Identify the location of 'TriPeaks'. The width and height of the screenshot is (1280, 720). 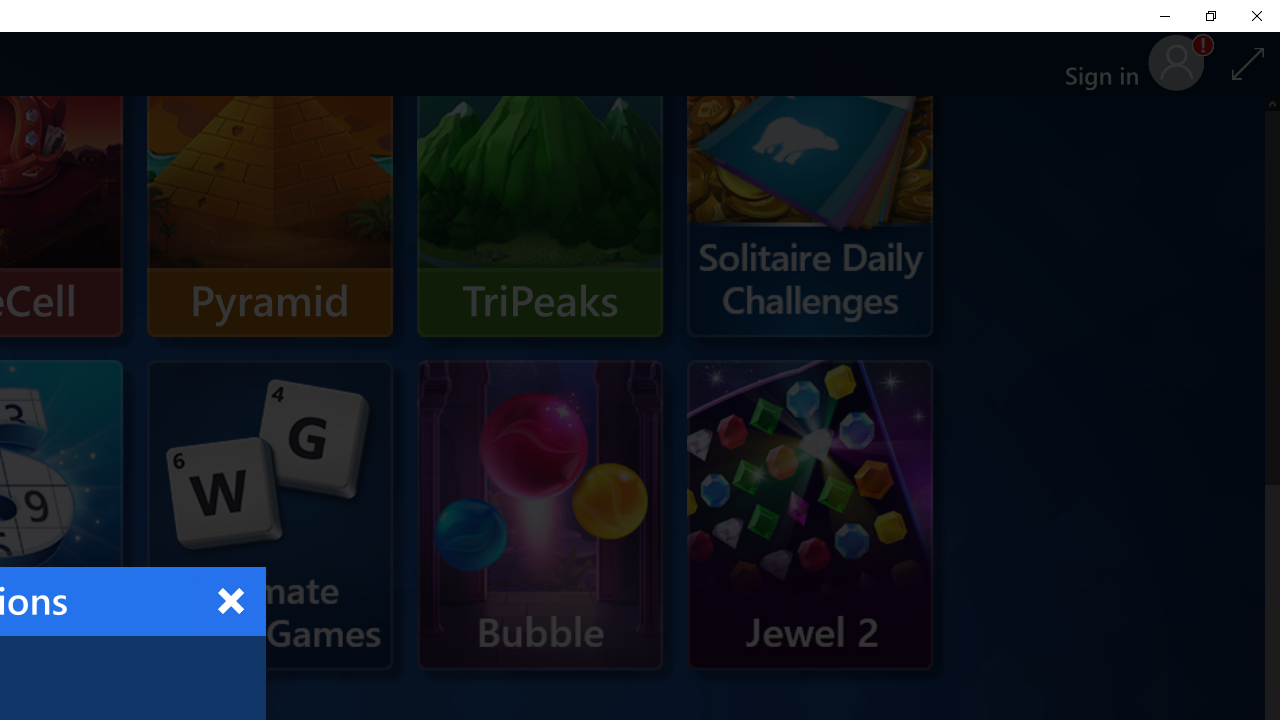
(540, 182).